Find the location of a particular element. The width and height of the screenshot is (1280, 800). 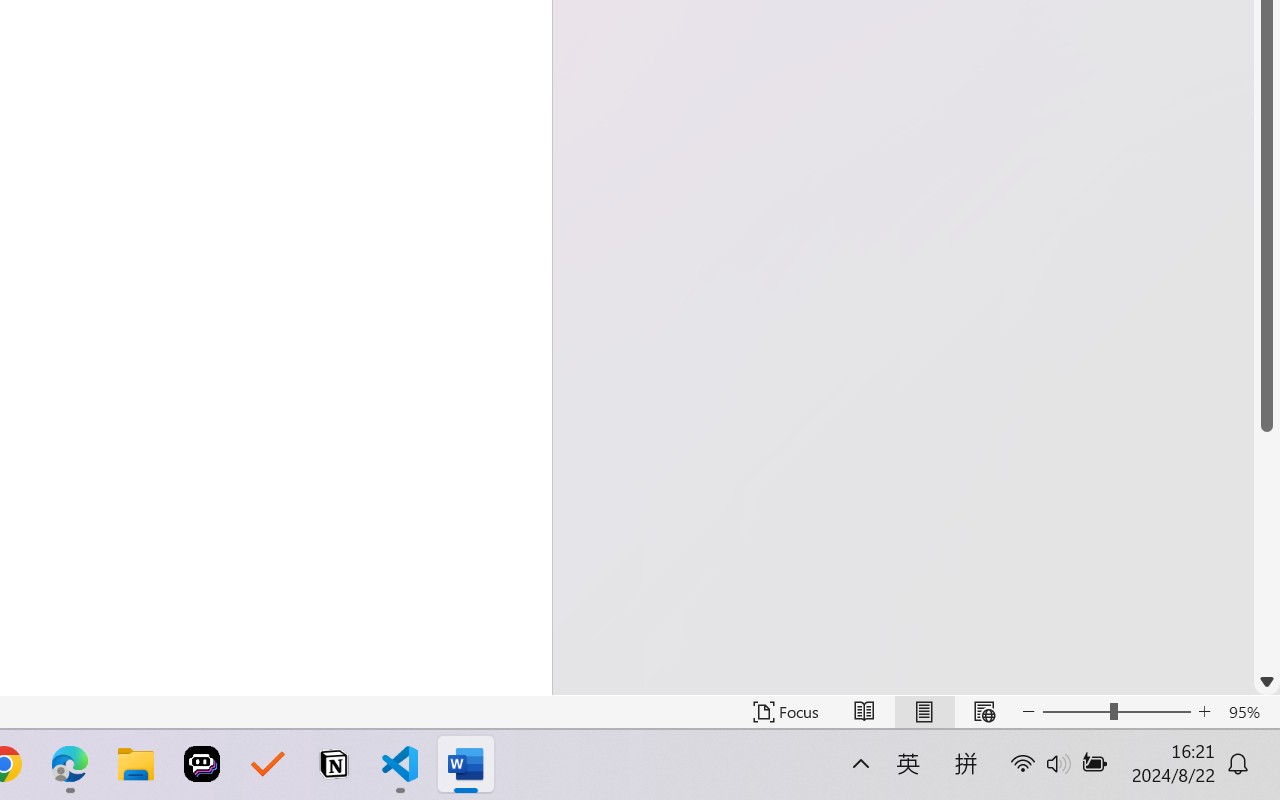

'Zoom 95%' is located at coordinates (1248, 711).